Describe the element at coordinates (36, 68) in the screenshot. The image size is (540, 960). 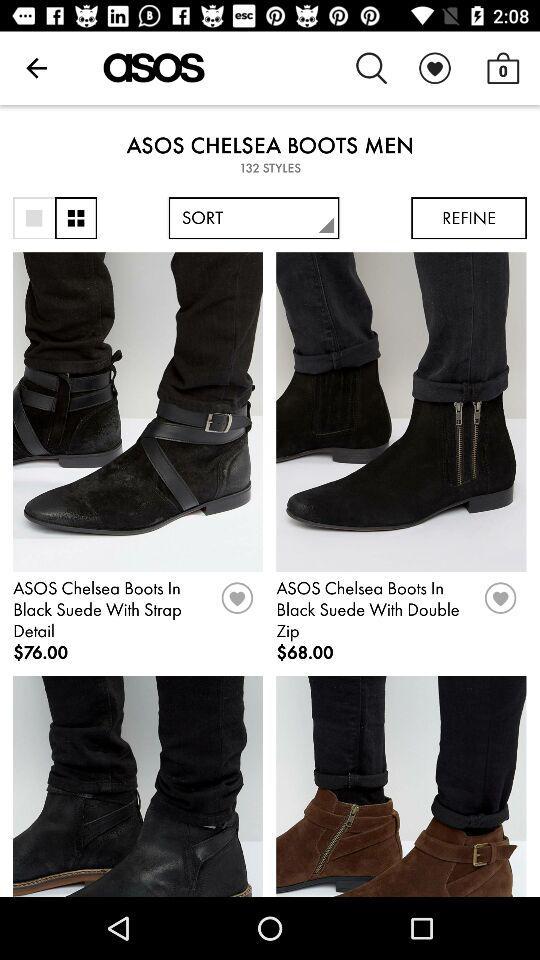
I see `the icon above asos chelsea boots icon` at that location.